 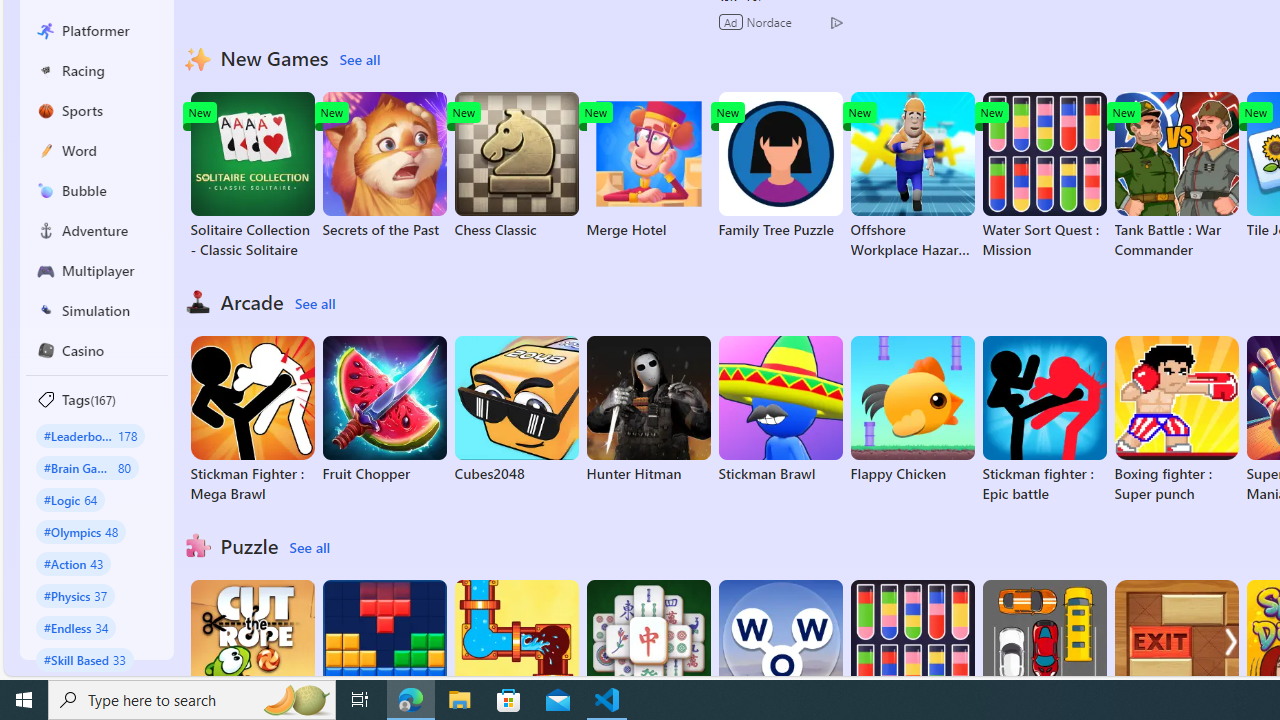 I want to click on 'Water Sort Quest : Mission', so click(x=1043, y=175).